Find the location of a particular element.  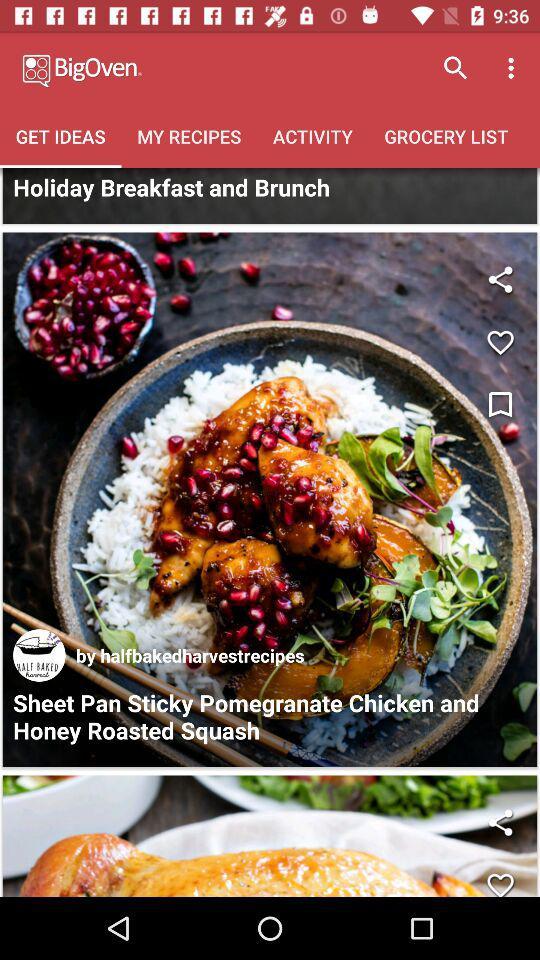

recipe to list is located at coordinates (499, 342).